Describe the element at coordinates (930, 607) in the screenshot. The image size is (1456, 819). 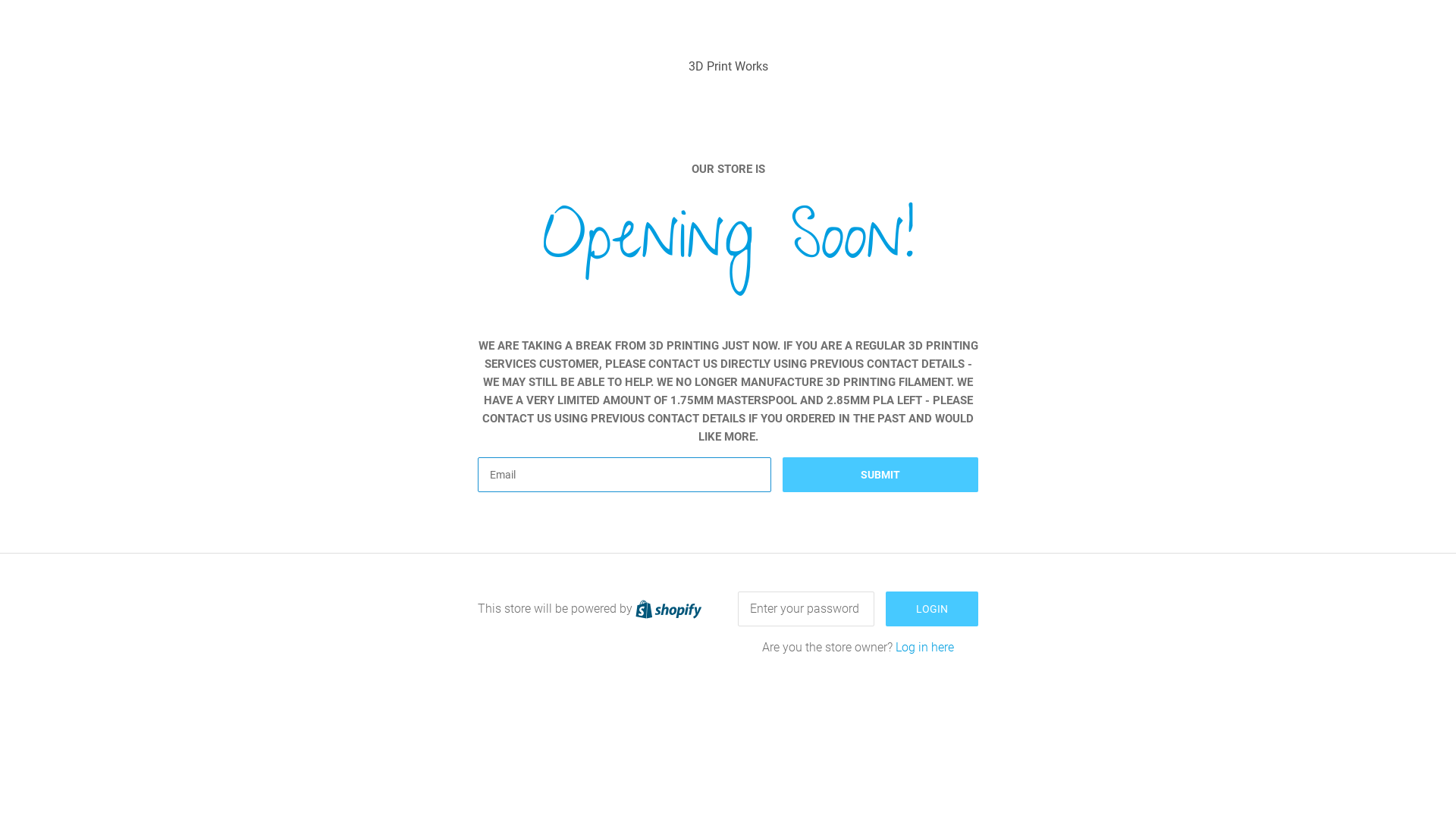
I see `'LOGIN'` at that location.